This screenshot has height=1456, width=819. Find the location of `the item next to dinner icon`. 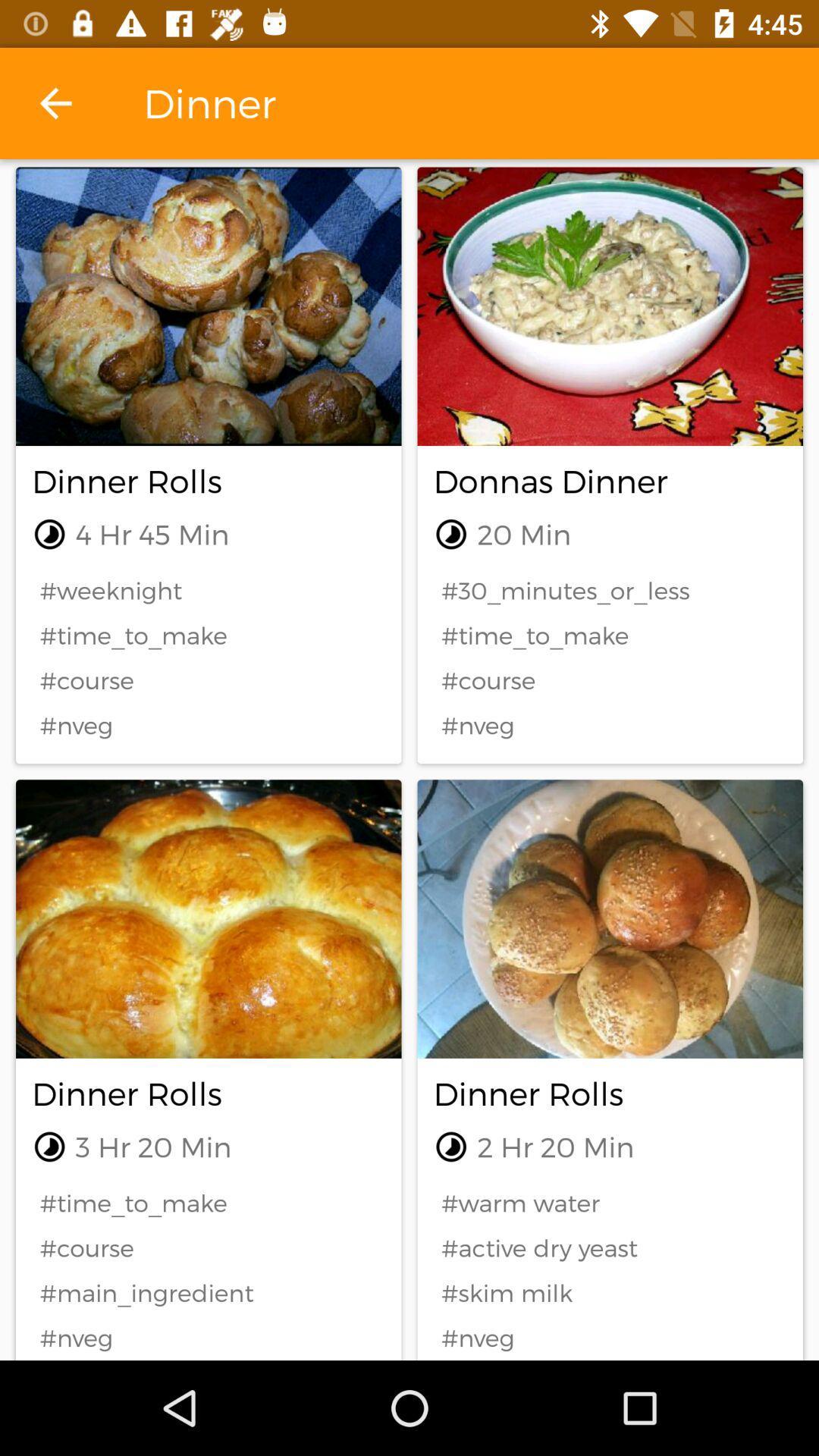

the item next to dinner icon is located at coordinates (55, 102).